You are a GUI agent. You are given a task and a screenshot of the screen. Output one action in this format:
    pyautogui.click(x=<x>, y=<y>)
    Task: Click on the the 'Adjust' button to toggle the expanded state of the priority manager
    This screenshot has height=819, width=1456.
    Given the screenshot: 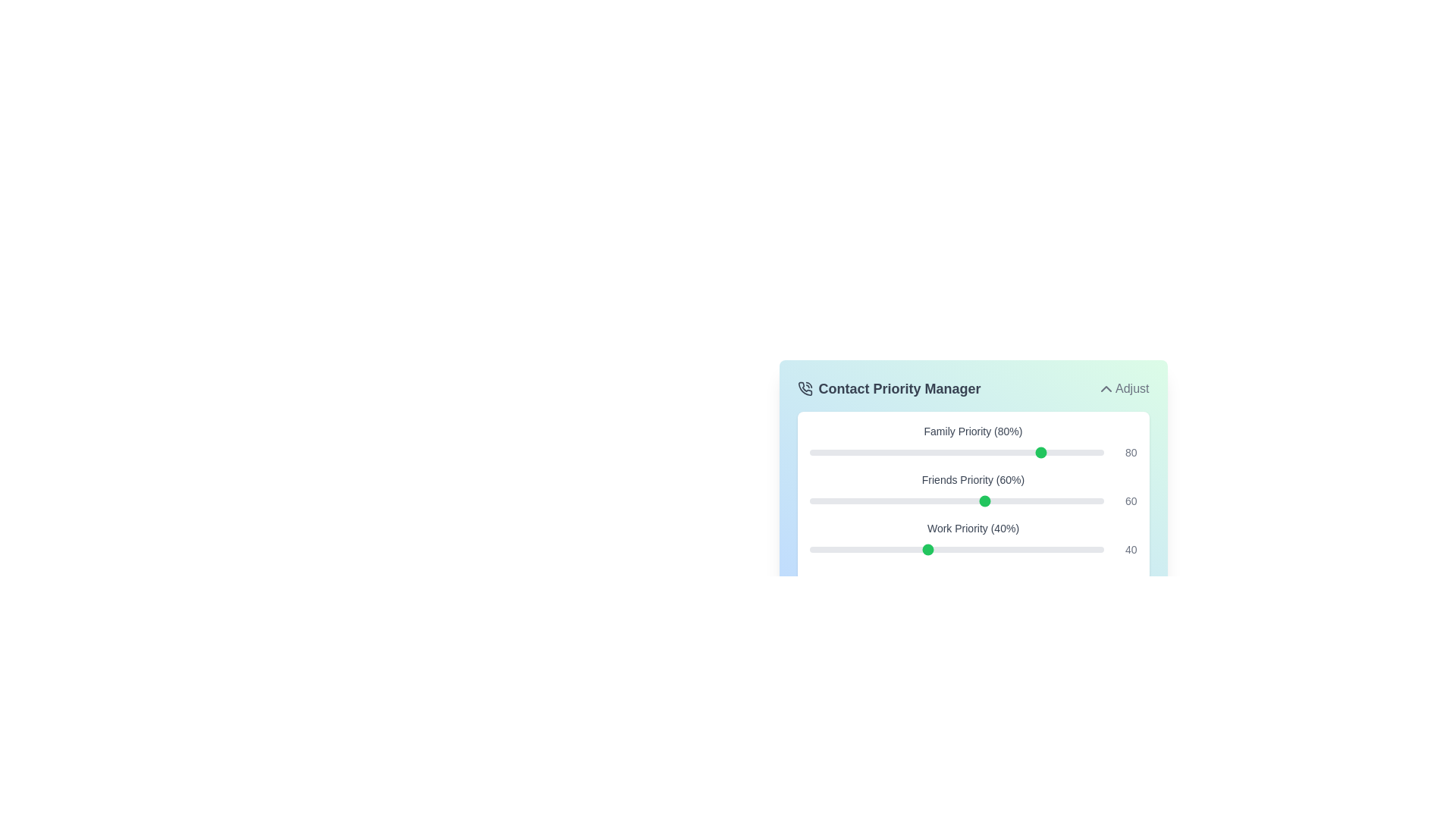 What is the action you would take?
    pyautogui.click(x=1123, y=388)
    